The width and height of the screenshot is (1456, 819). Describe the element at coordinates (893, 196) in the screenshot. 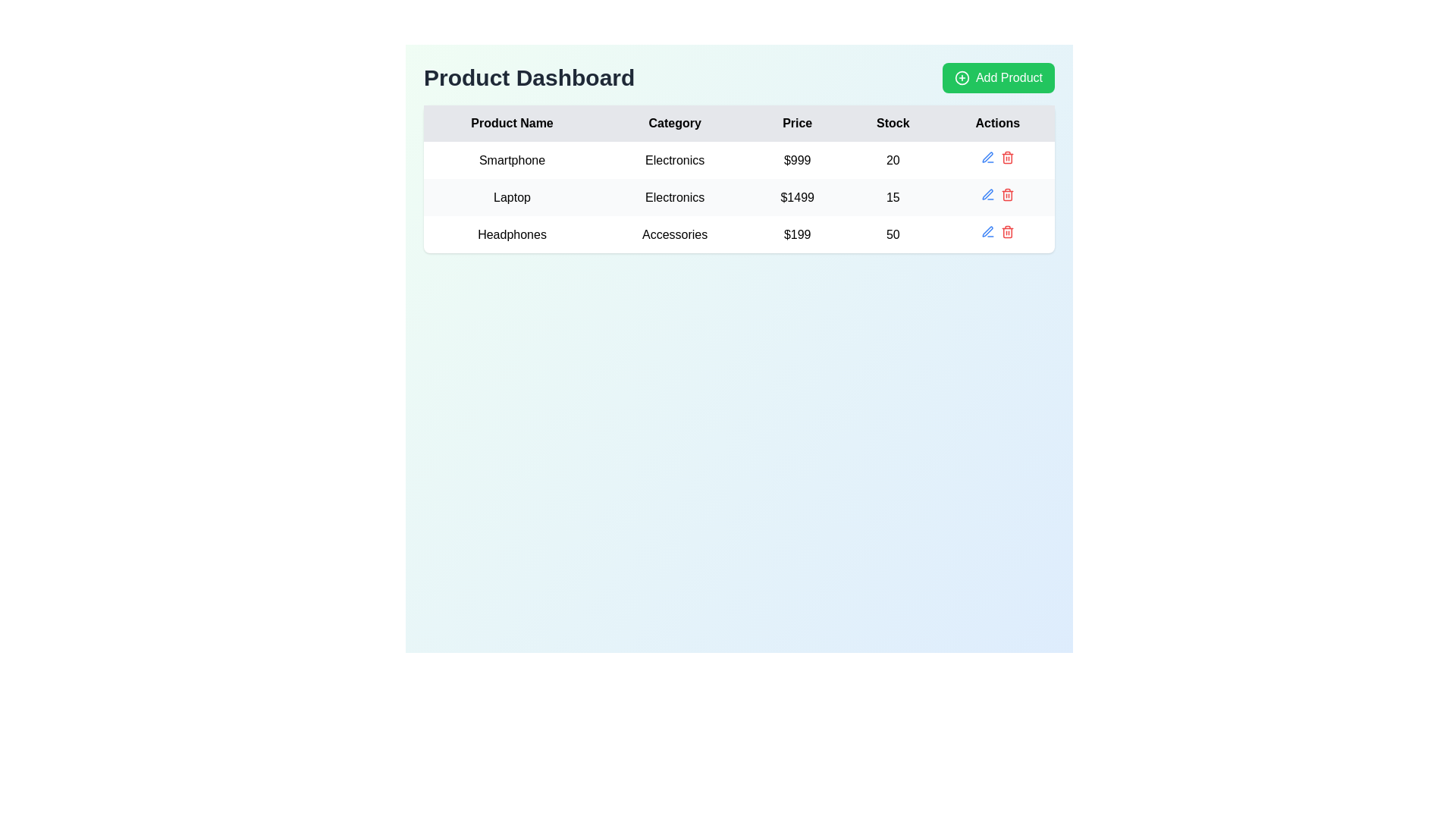

I see `the static text displaying the stock quantity for the 'Laptop' item in the 'Stock' column of the table` at that location.